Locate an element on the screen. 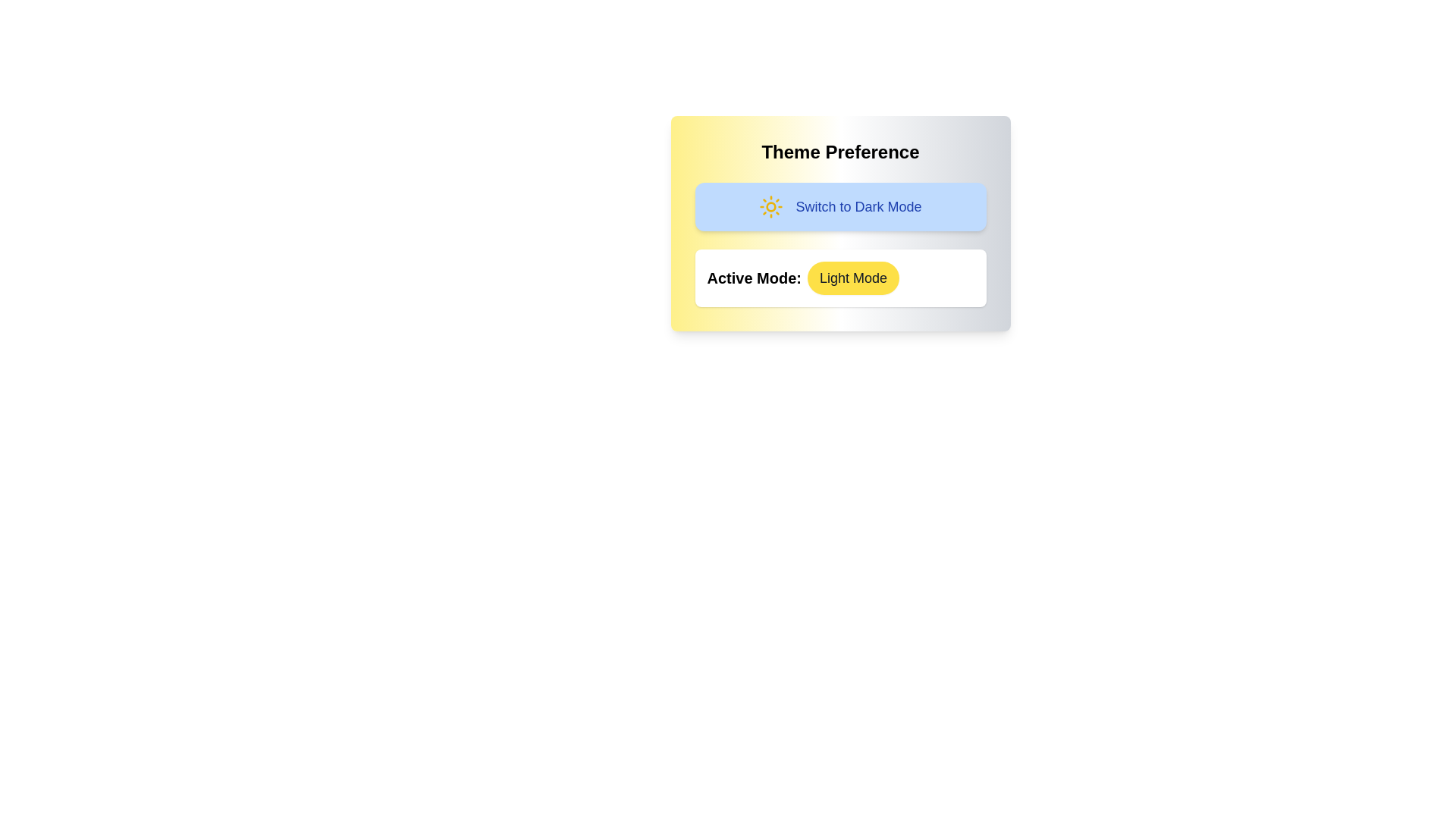 The height and width of the screenshot is (819, 1456). text of the label displaying 'Active Mode:' which is bold and larger in font, located in the interface section for theme preference is located at coordinates (754, 278).